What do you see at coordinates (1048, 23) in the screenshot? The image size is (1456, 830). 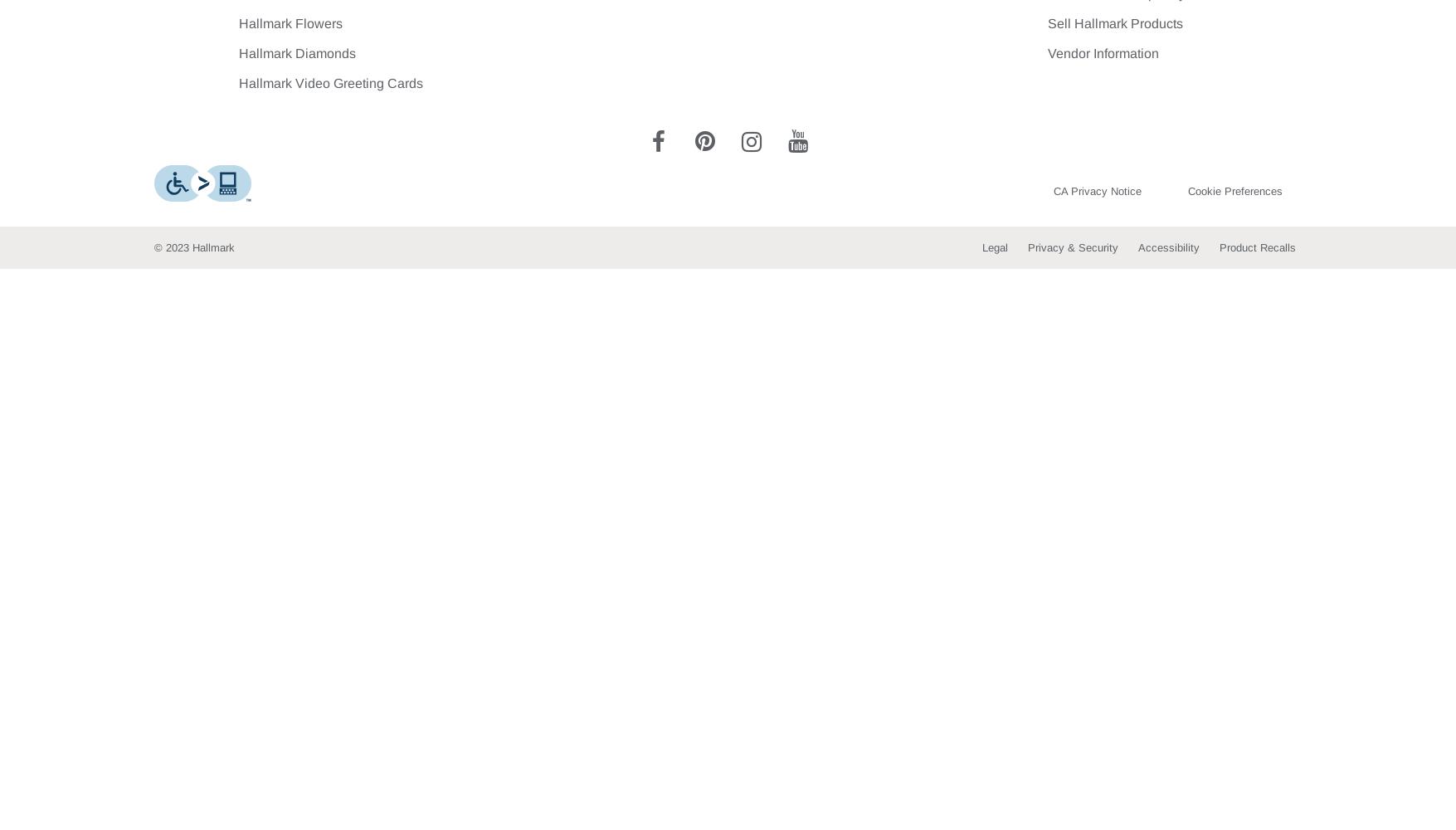 I see `'Sell Hallmark Products'` at bounding box center [1048, 23].